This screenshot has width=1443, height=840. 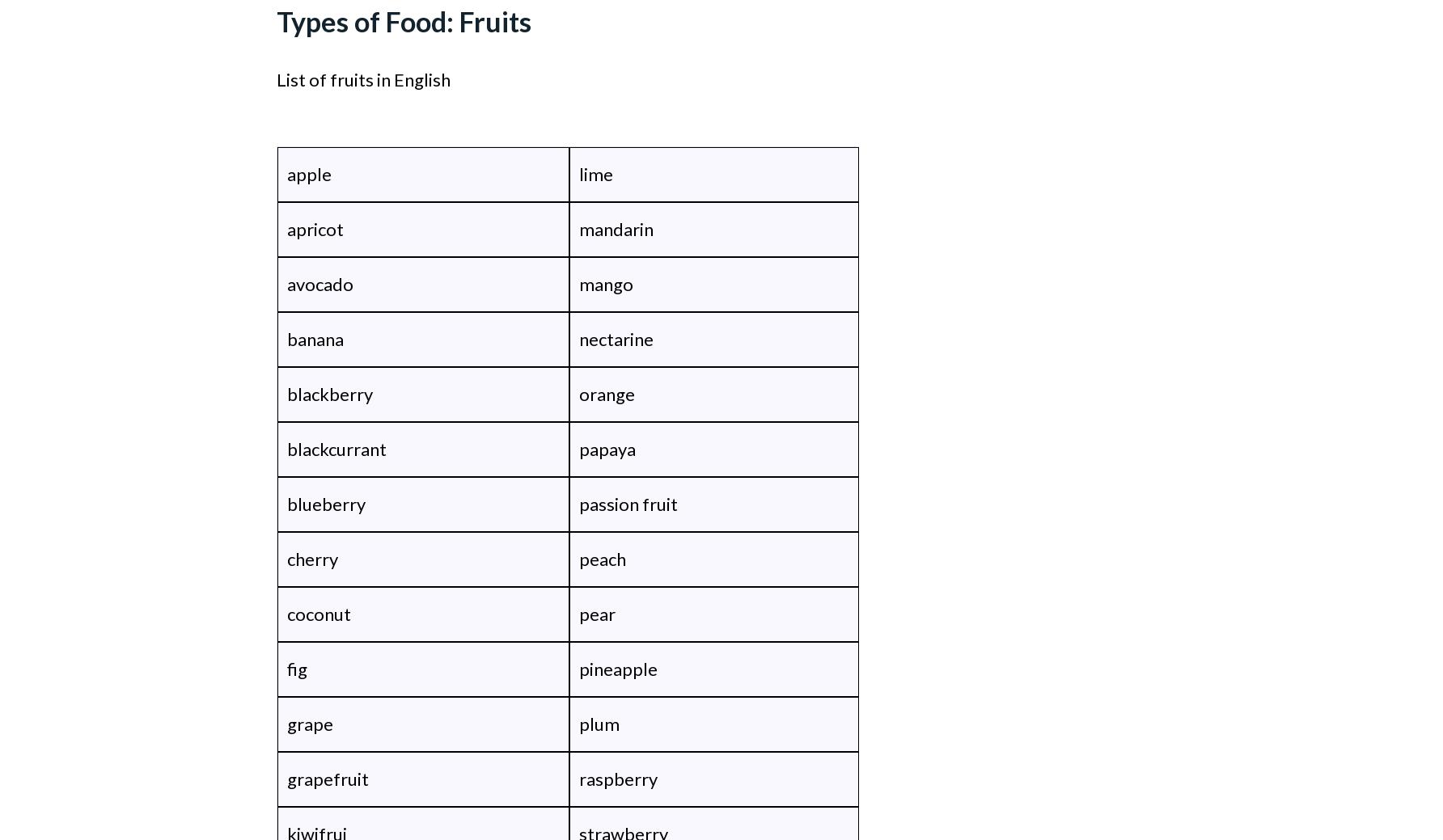 I want to click on 'apricot', so click(x=314, y=229).